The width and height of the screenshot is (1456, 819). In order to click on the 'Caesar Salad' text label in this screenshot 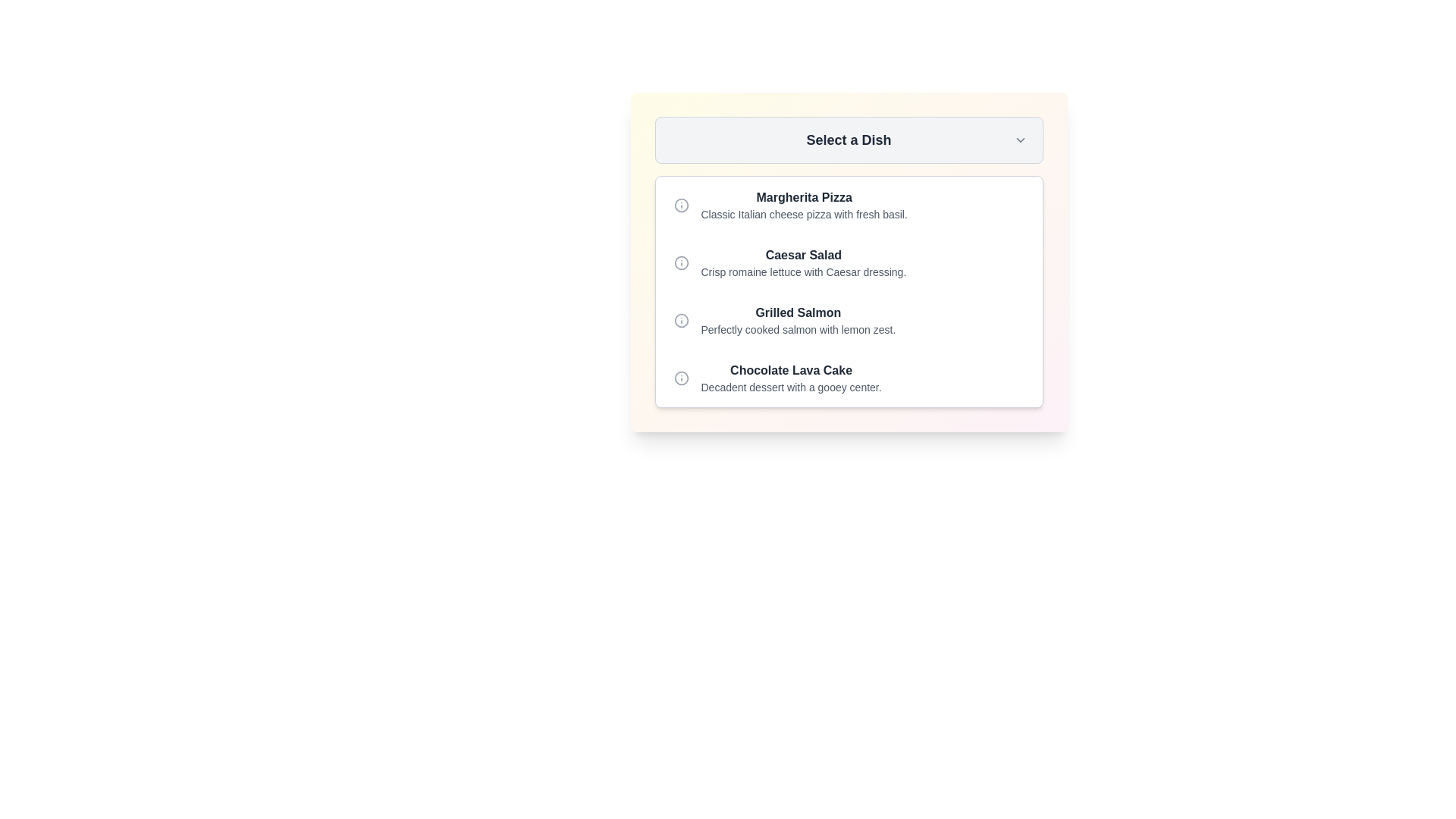, I will do `click(802, 262)`.